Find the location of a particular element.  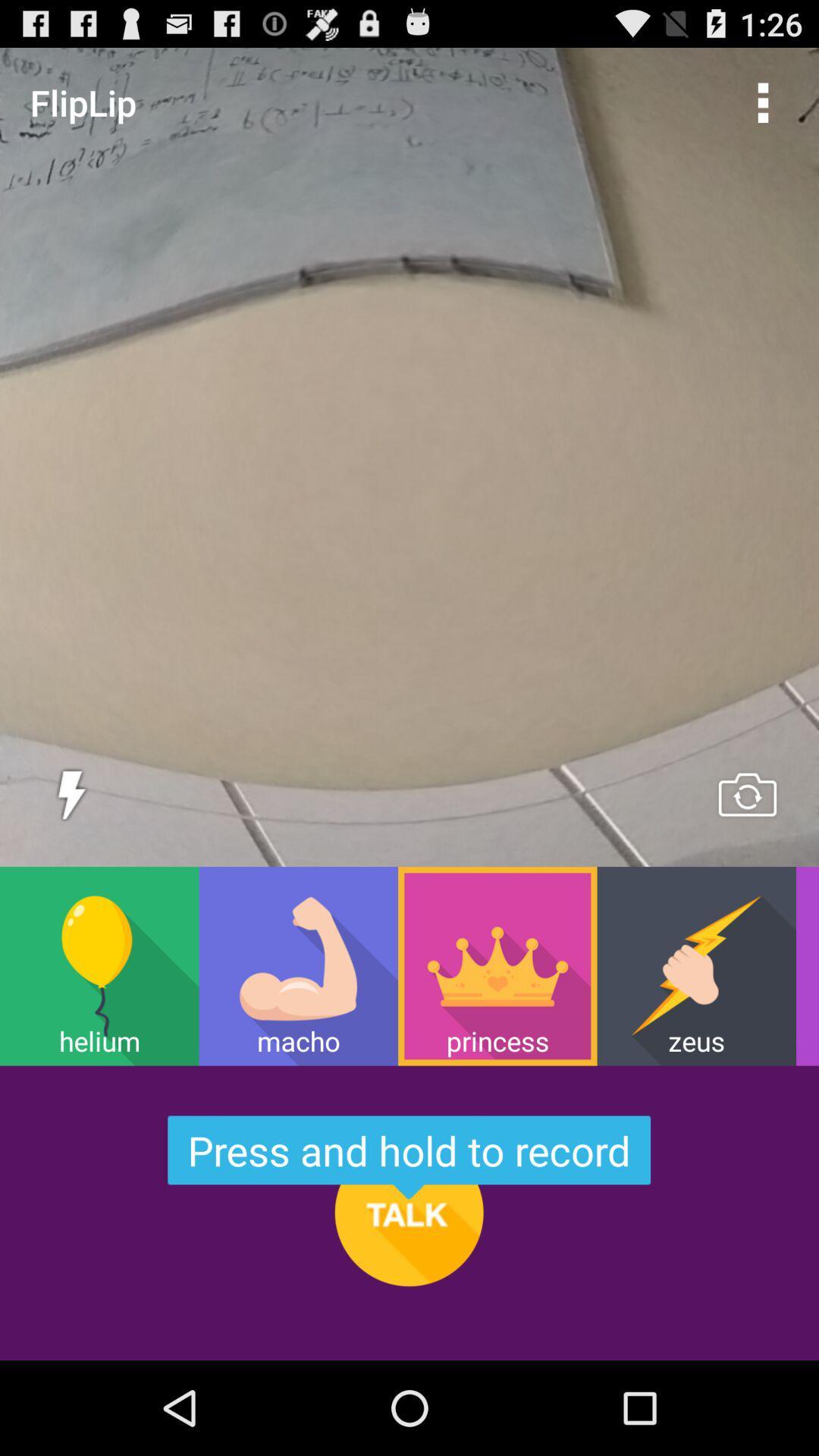

the icon next to princess item is located at coordinates (298, 965).